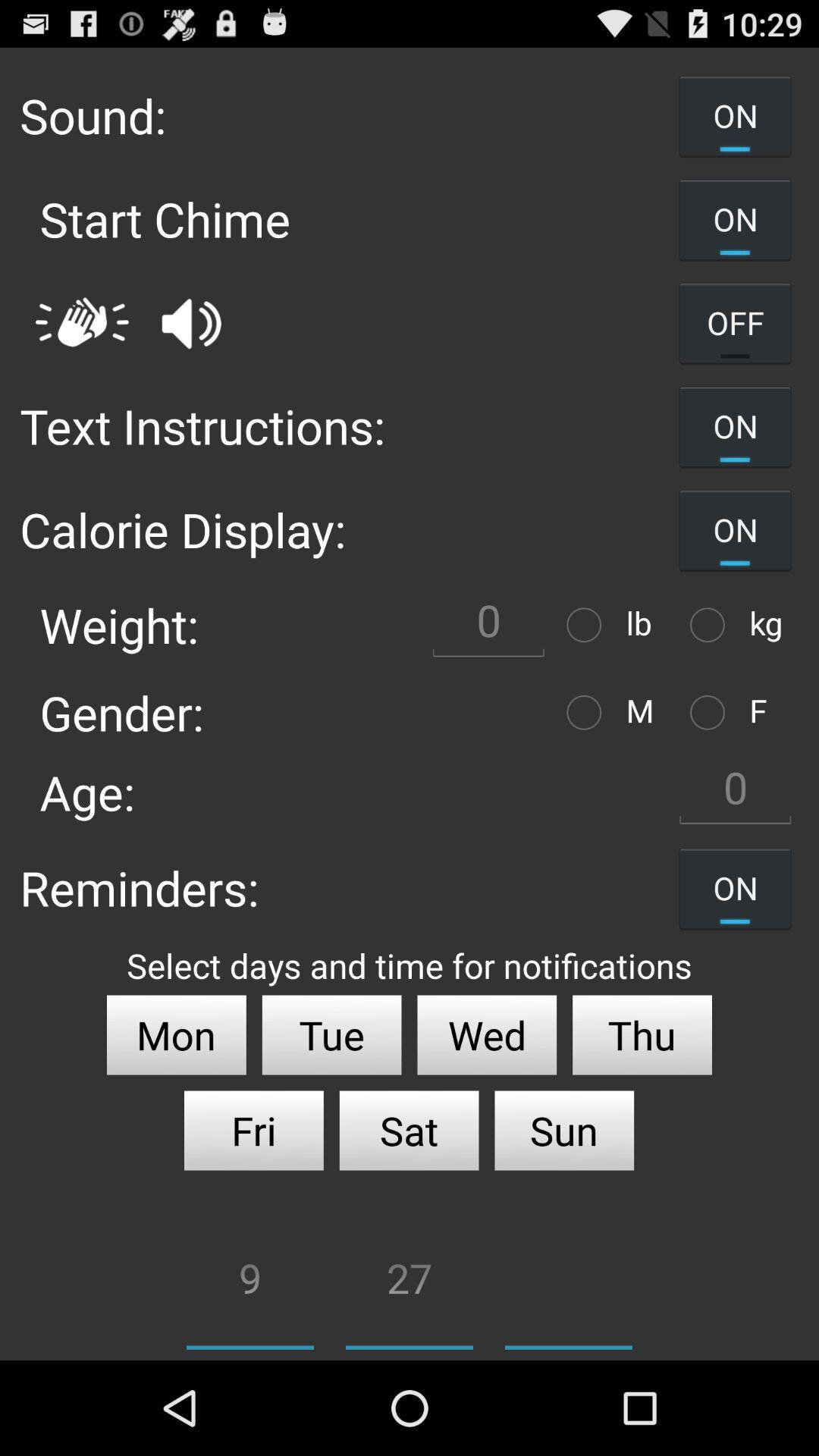 Image resolution: width=819 pixels, height=1456 pixels. What do you see at coordinates (587, 711) in the screenshot?
I see `choose option` at bounding box center [587, 711].